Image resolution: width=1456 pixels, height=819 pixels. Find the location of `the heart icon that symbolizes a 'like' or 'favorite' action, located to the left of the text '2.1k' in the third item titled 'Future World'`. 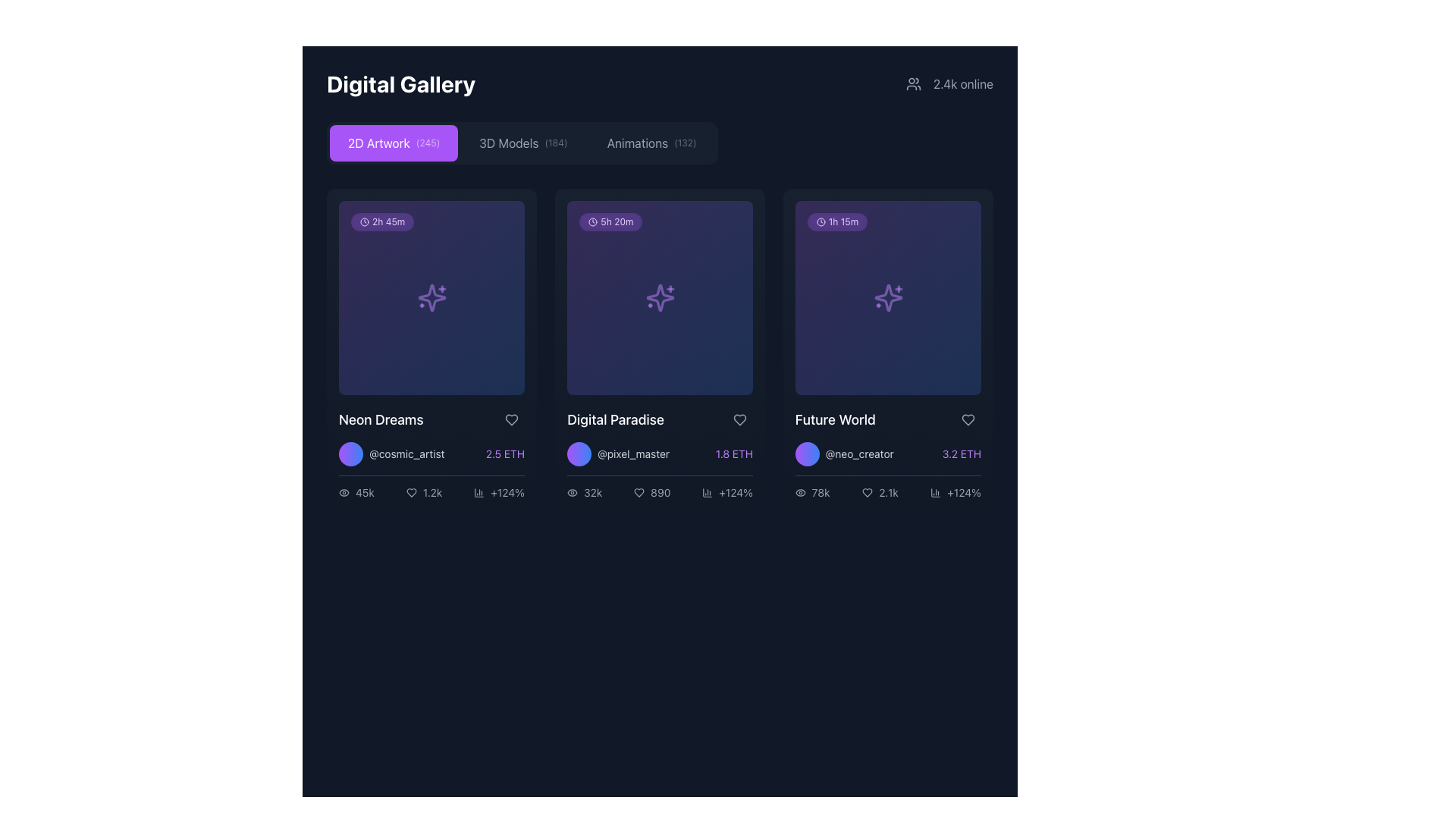

the heart icon that symbolizes a 'like' or 'favorite' action, located to the left of the text '2.1k' in the third item titled 'Future World' is located at coordinates (868, 493).